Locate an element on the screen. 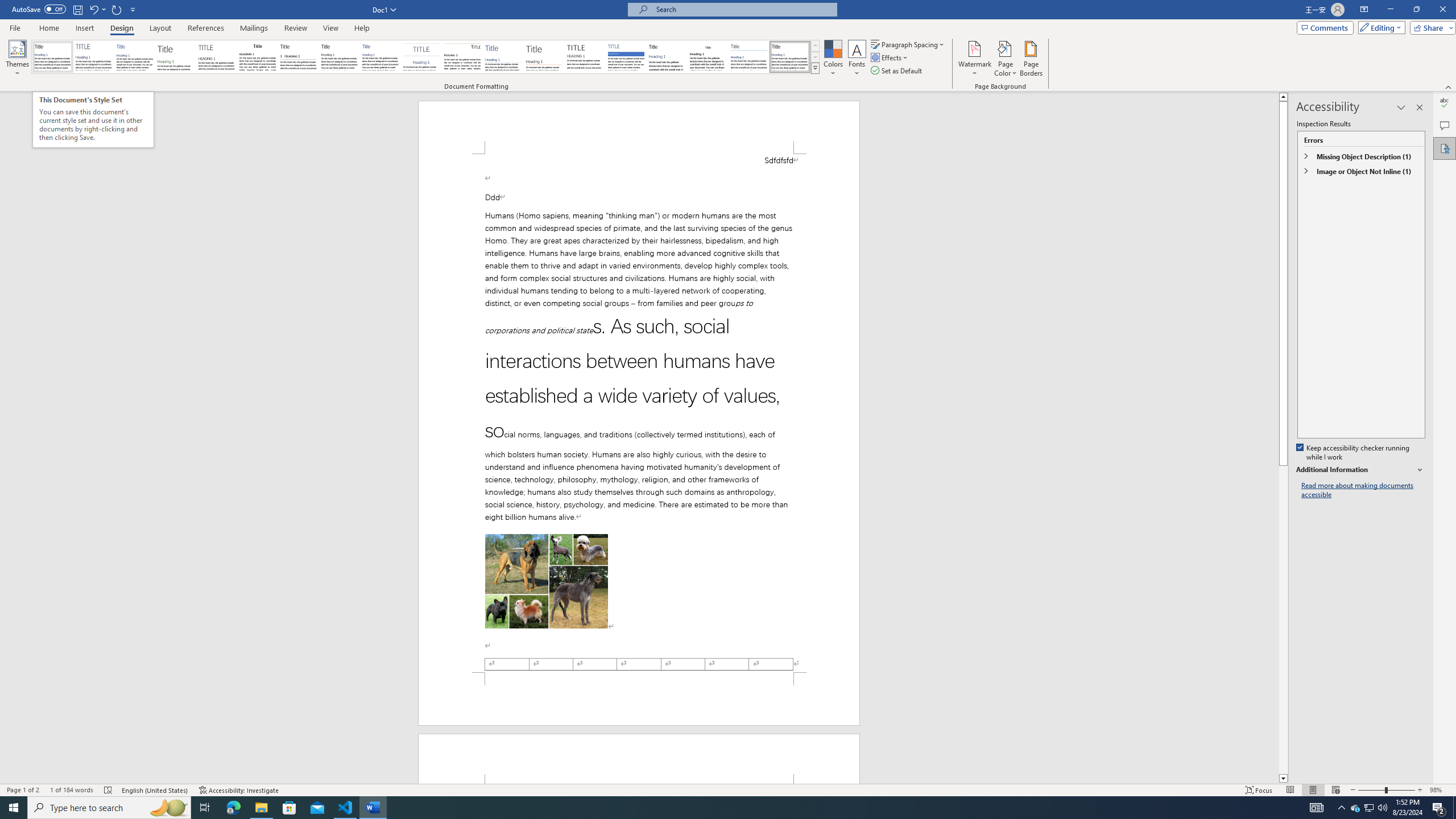  'Set as Default' is located at coordinates (897, 69).